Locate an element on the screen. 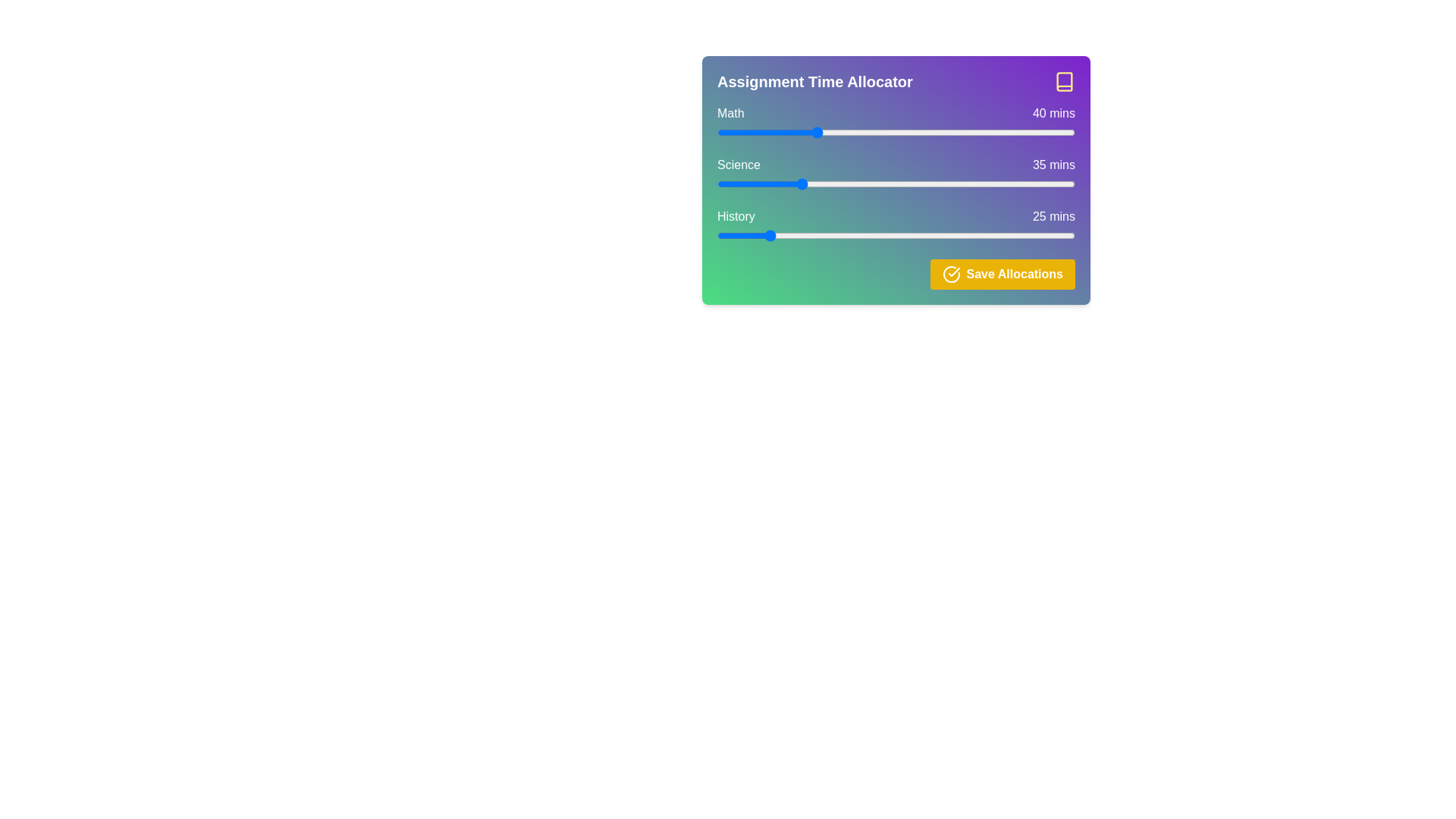 The image size is (1456, 819). history time allocation is located at coordinates (756, 236).